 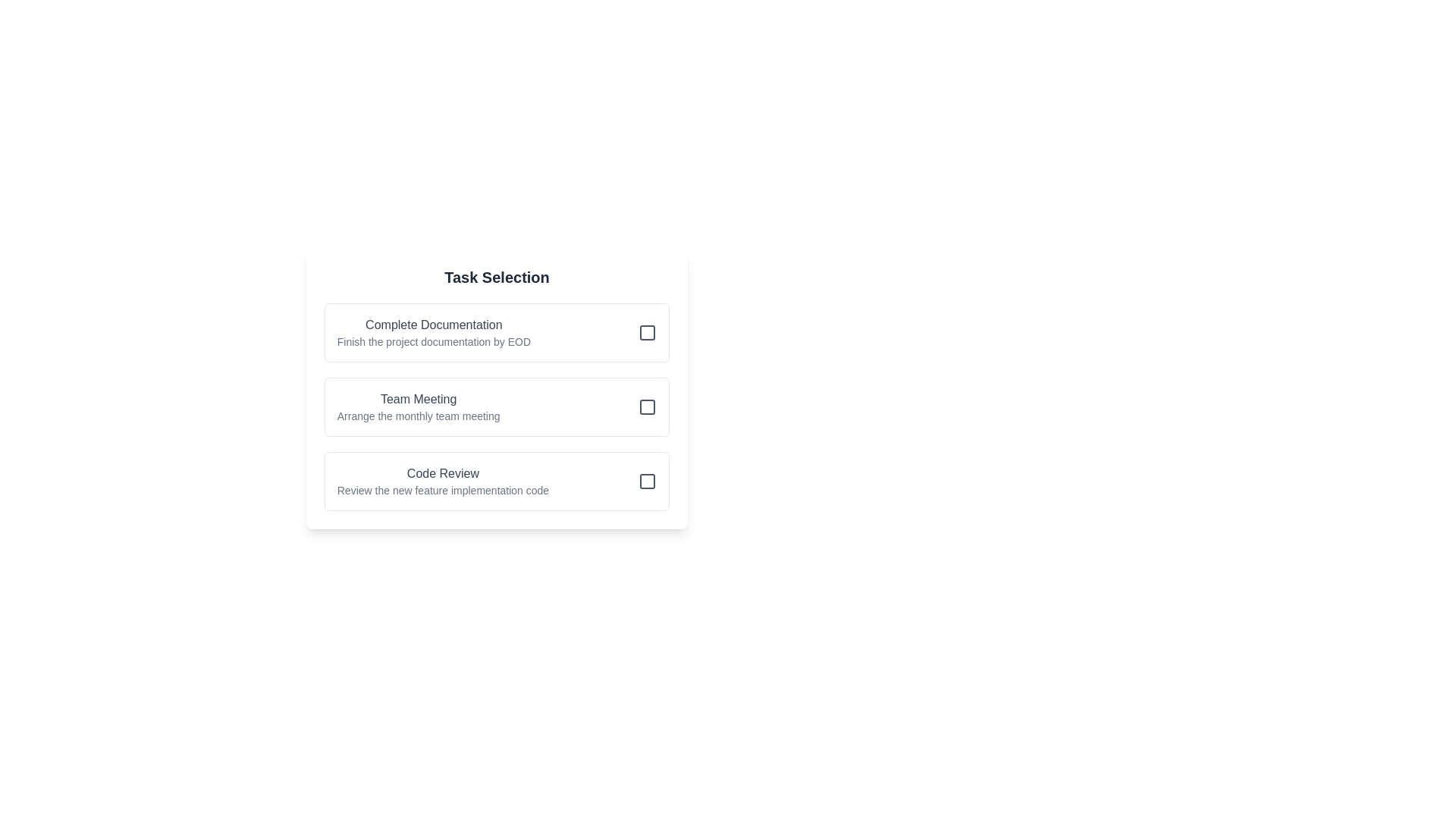 I want to click on the Grouped Task List with Checkboxes, so click(x=497, y=388).